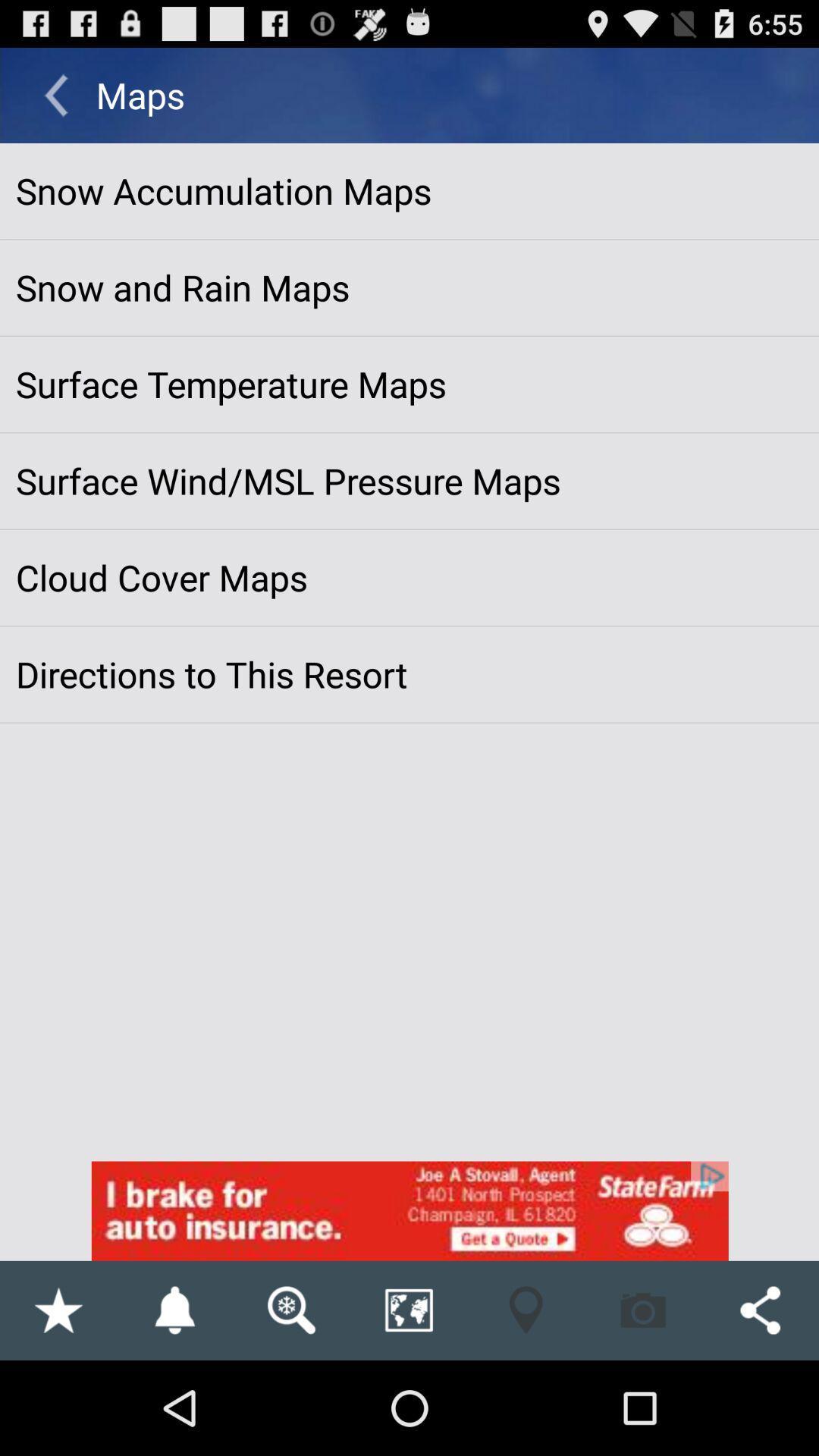  Describe the element at coordinates (643, 1401) in the screenshot. I see `the photo icon` at that location.